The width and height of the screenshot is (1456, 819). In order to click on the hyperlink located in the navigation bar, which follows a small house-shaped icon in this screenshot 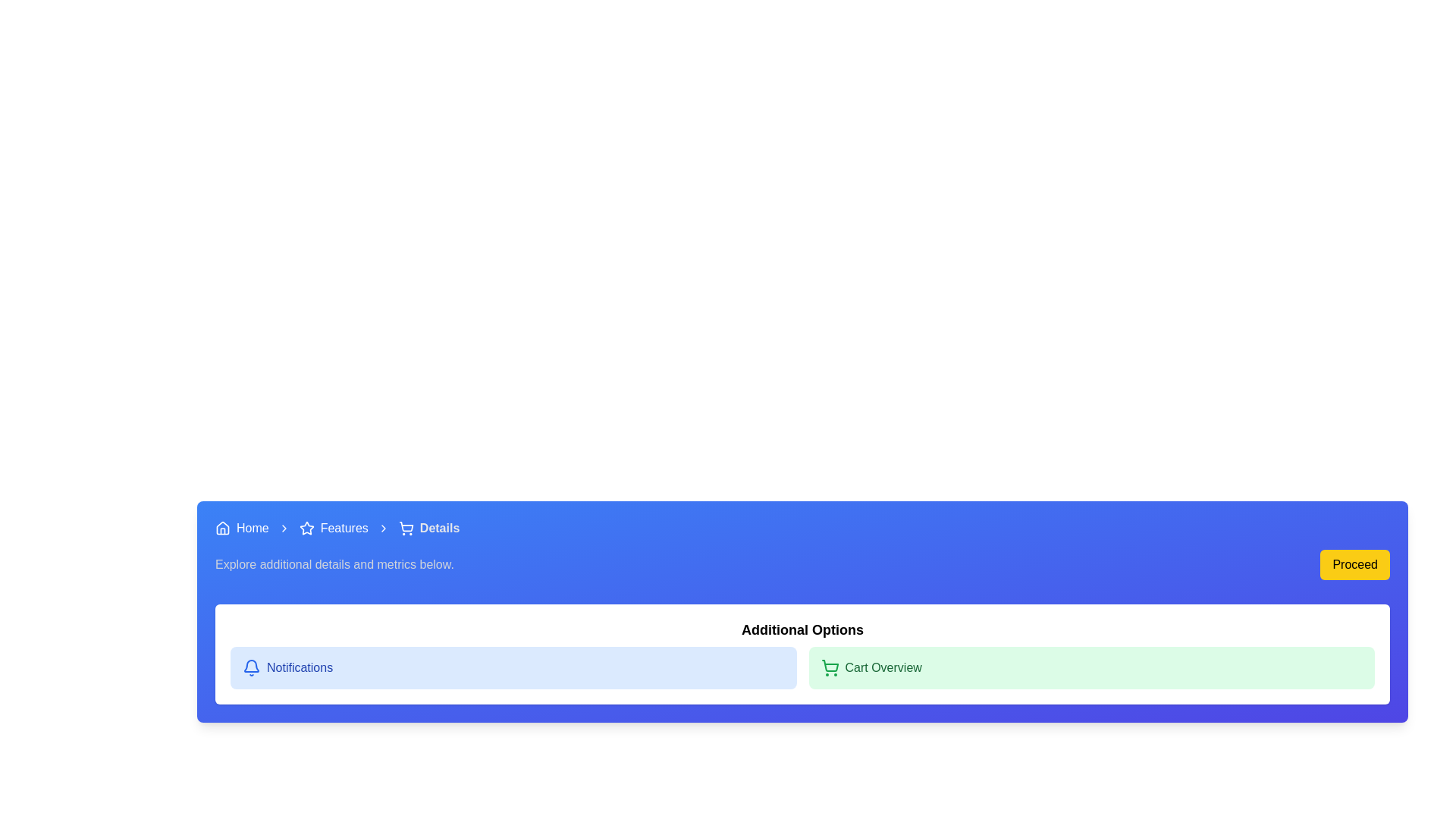, I will do `click(253, 528)`.